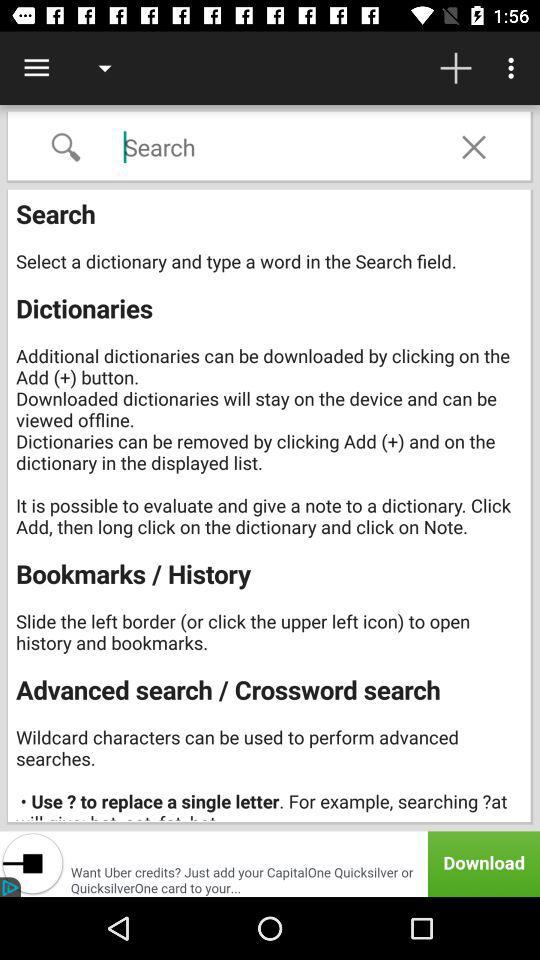  I want to click on the search icon, so click(65, 146).